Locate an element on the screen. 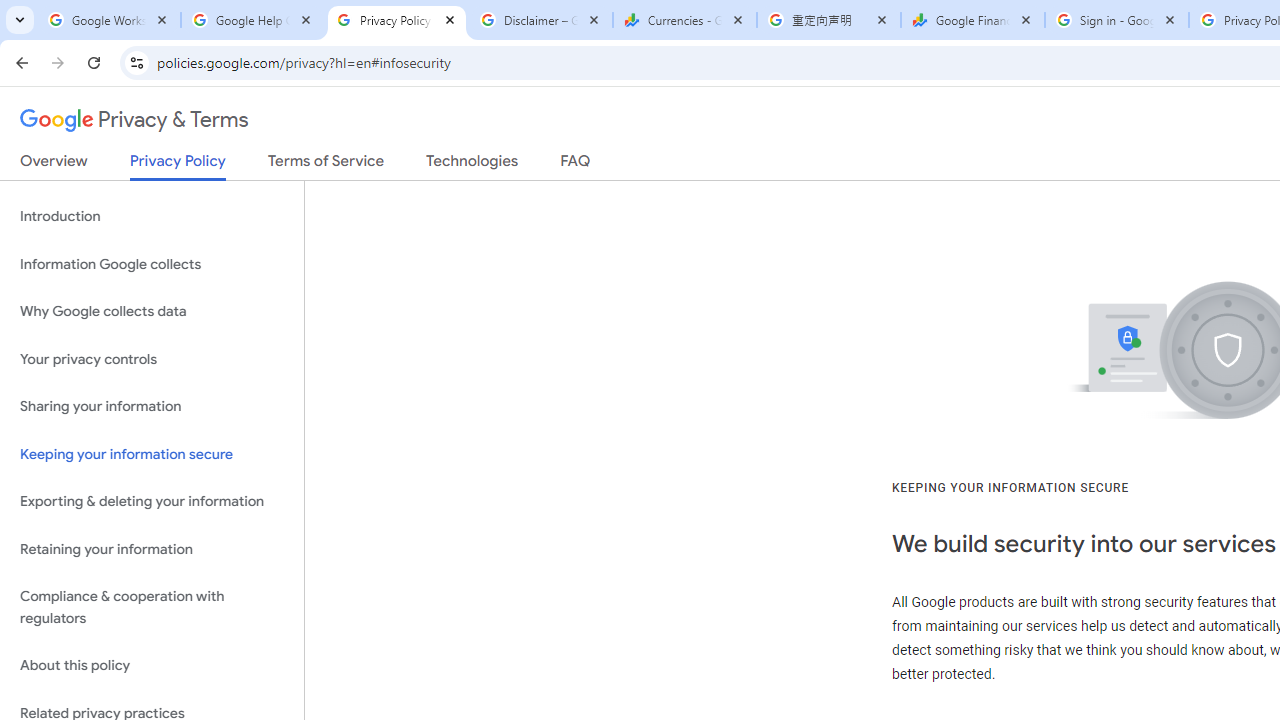  'Information Google collects' is located at coordinates (151, 263).